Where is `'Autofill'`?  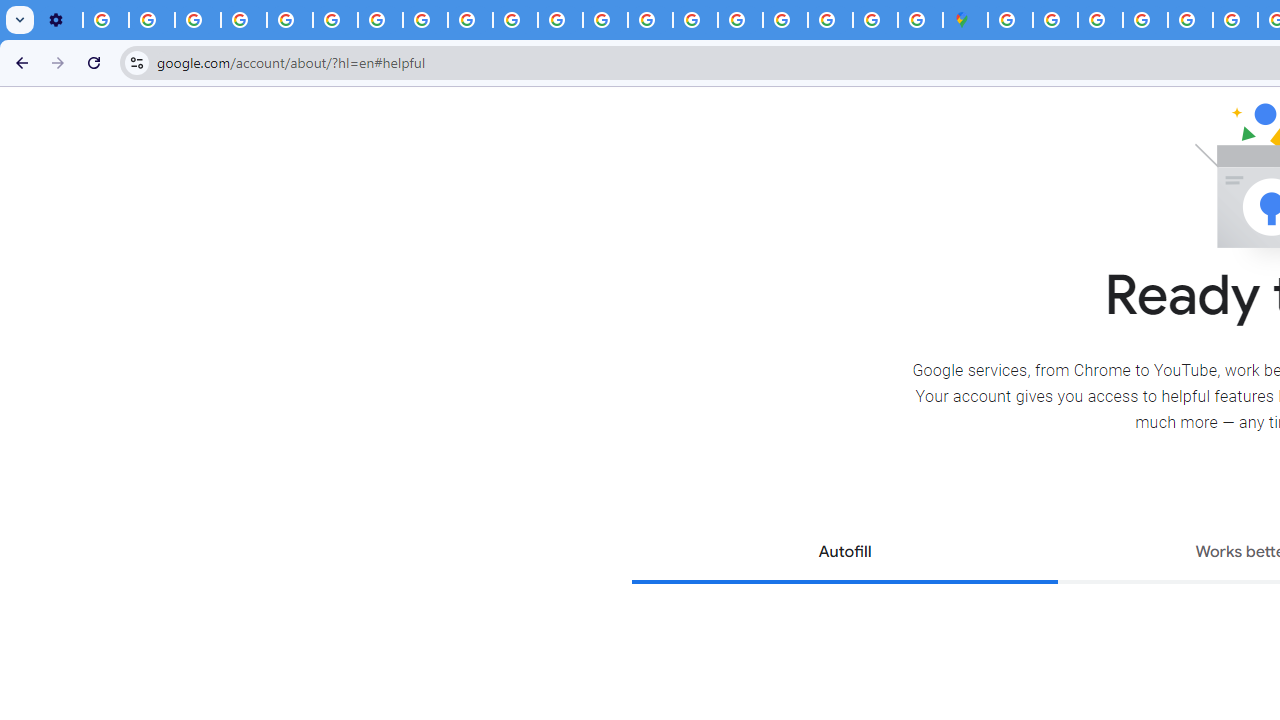 'Autofill' is located at coordinates (844, 554).